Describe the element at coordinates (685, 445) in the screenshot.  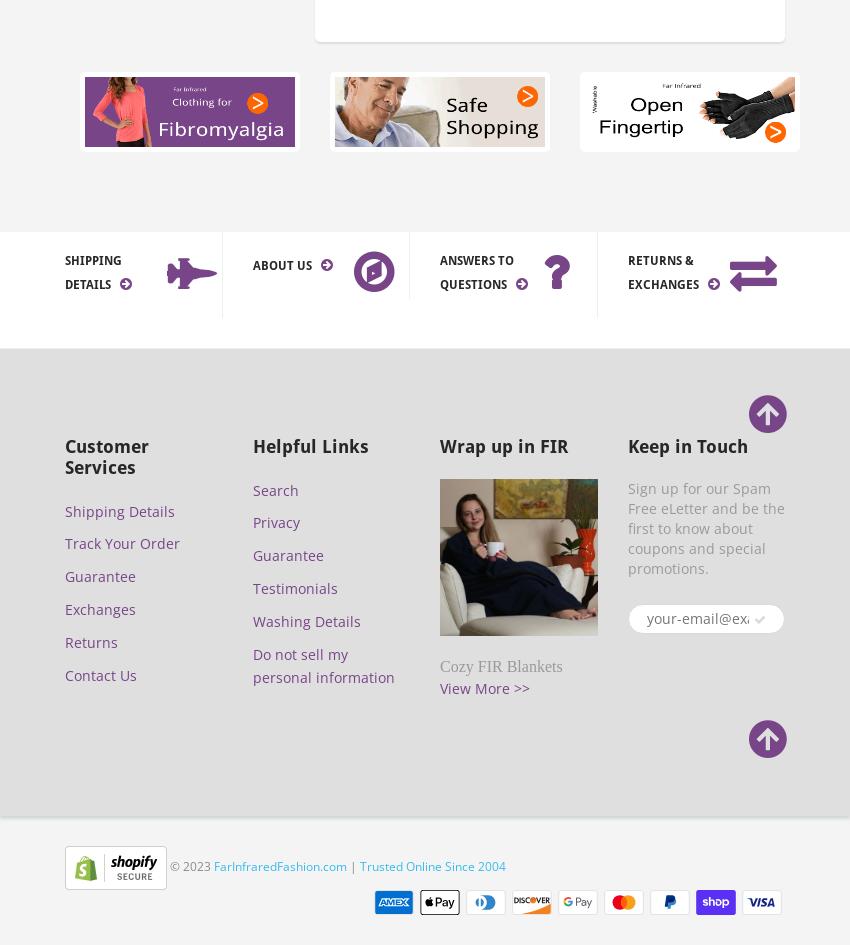
I see `'Keep in Touch'` at that location.